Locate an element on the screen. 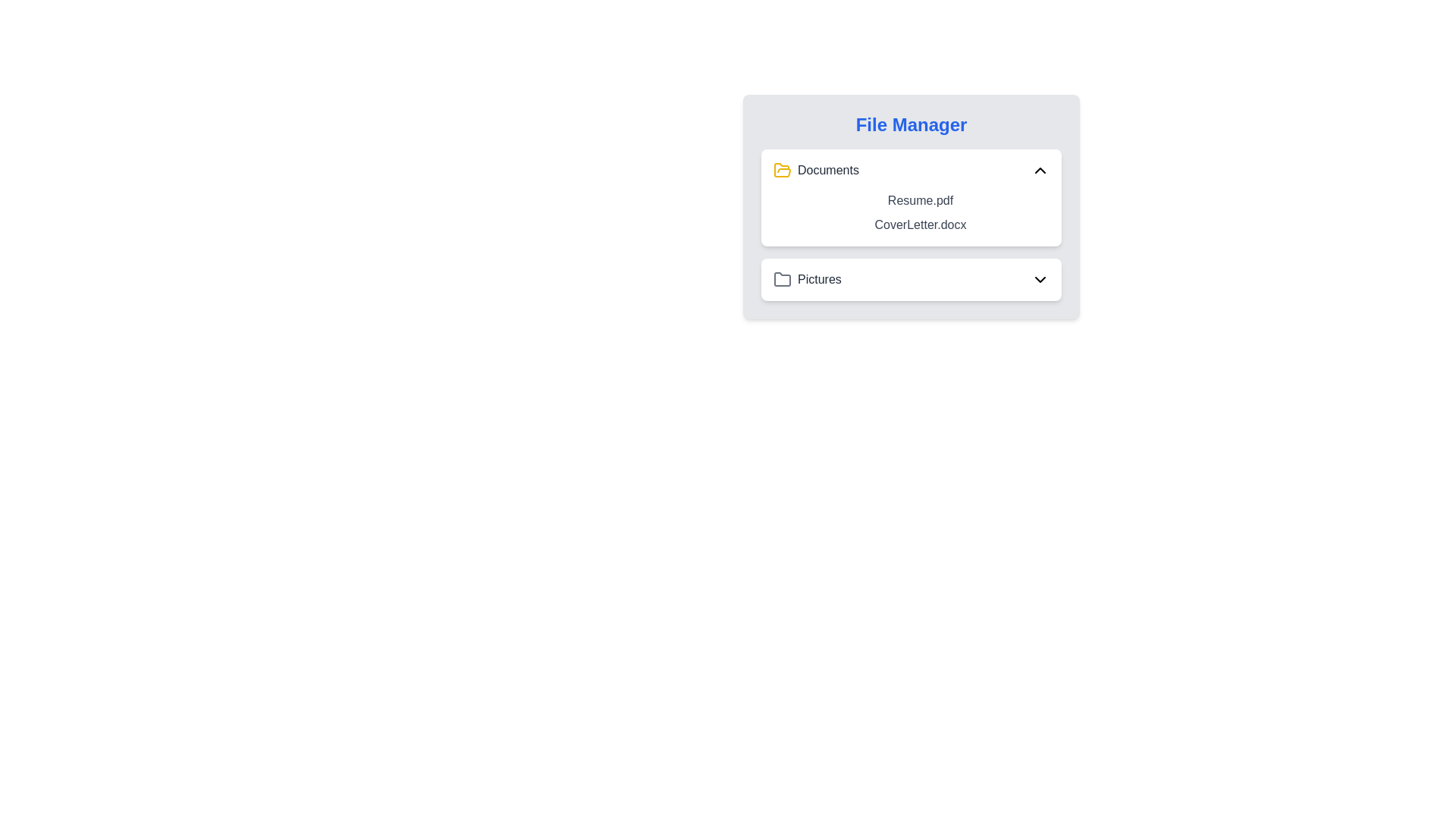  the 'Documents' label with icon located near the top-left corner of the file manager interface is located at coordinates (814, 170).